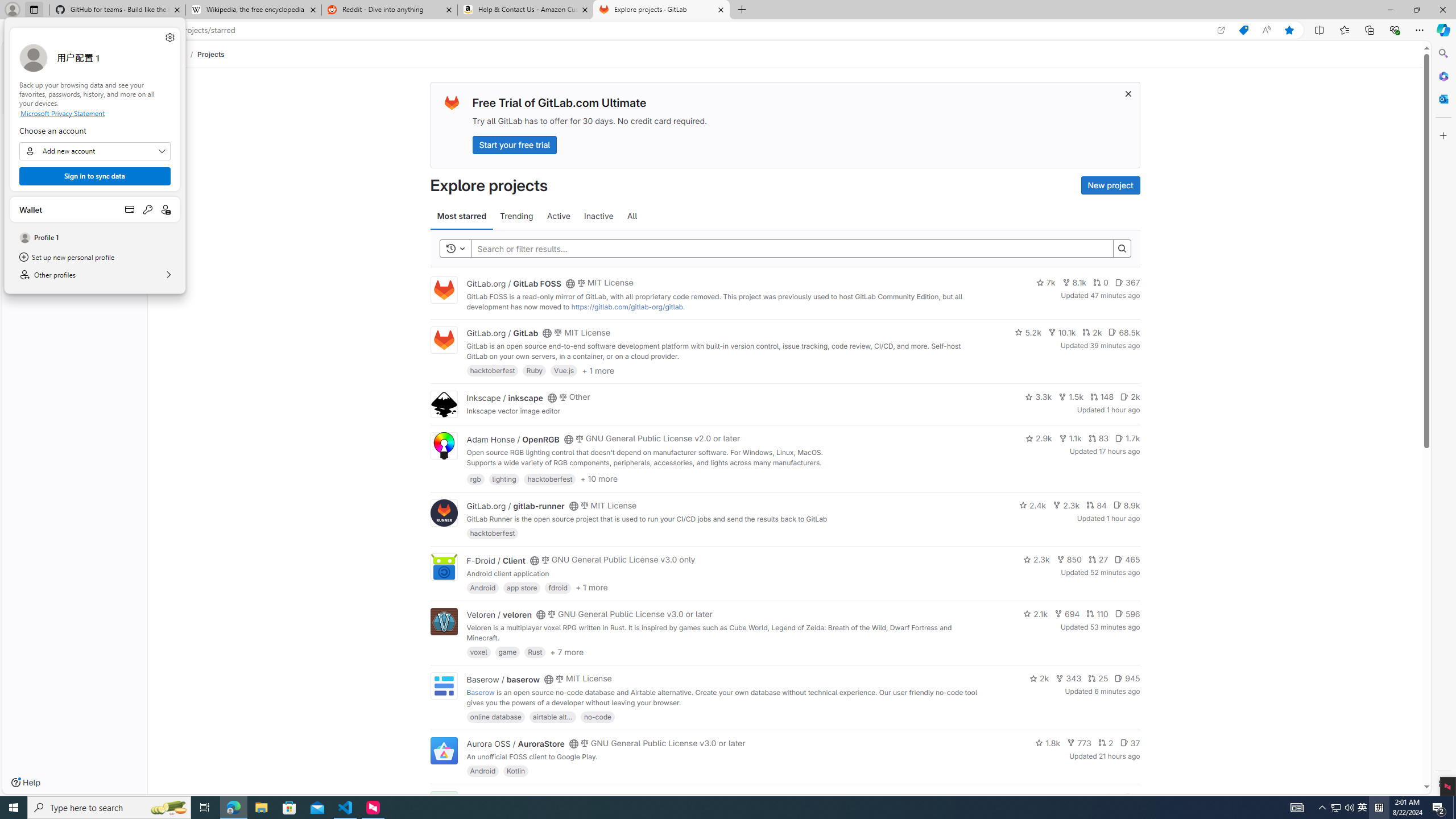 The image size is (1456, 819). What do you see at coordinates (94, 257) in the screenshot?
I see `'Set up new personal profile'` at bounding box center [94, 257].